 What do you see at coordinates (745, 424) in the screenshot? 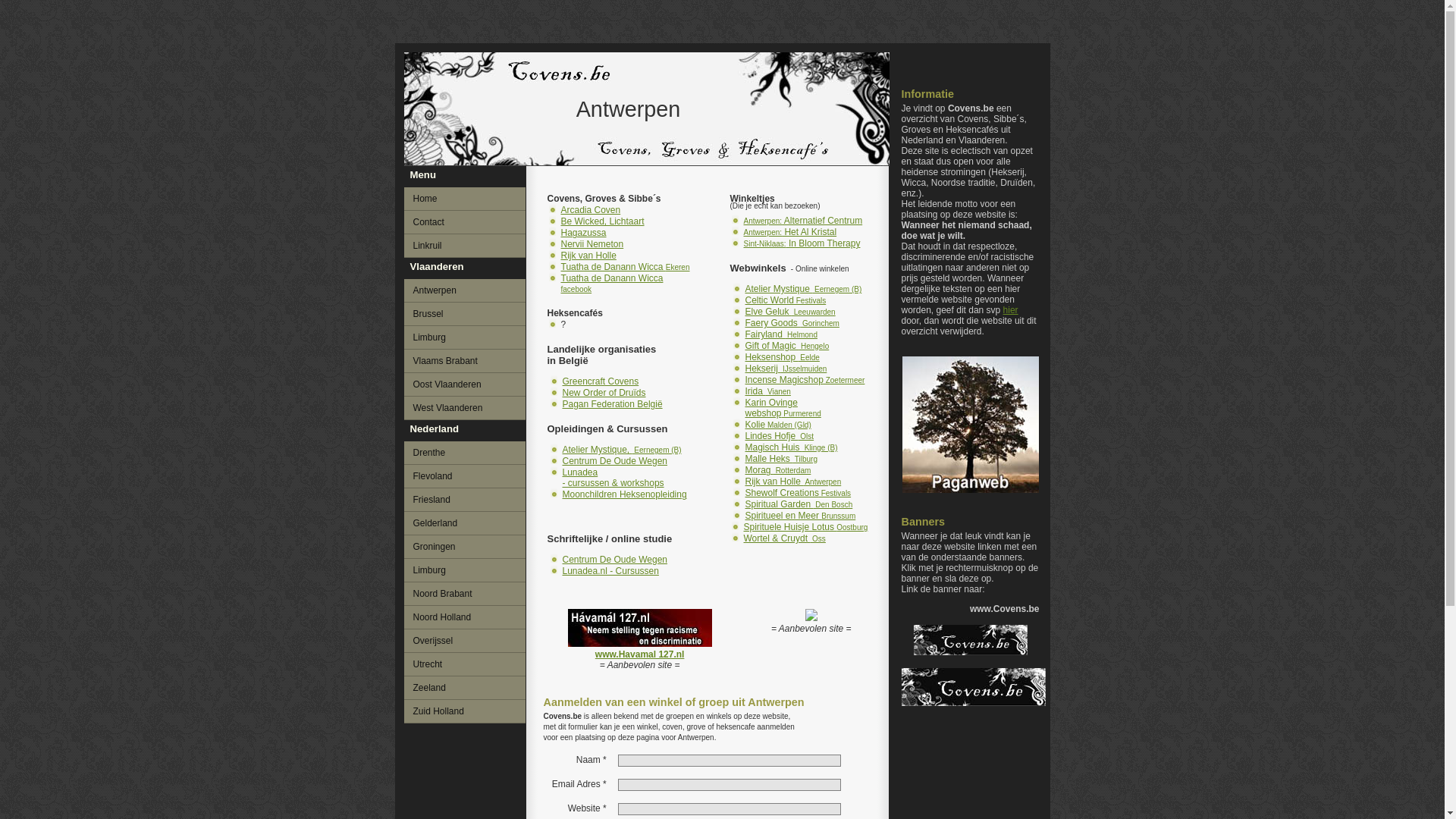
I see `'Kolie Malden (Gld)'` at bounding box center [745, 424].